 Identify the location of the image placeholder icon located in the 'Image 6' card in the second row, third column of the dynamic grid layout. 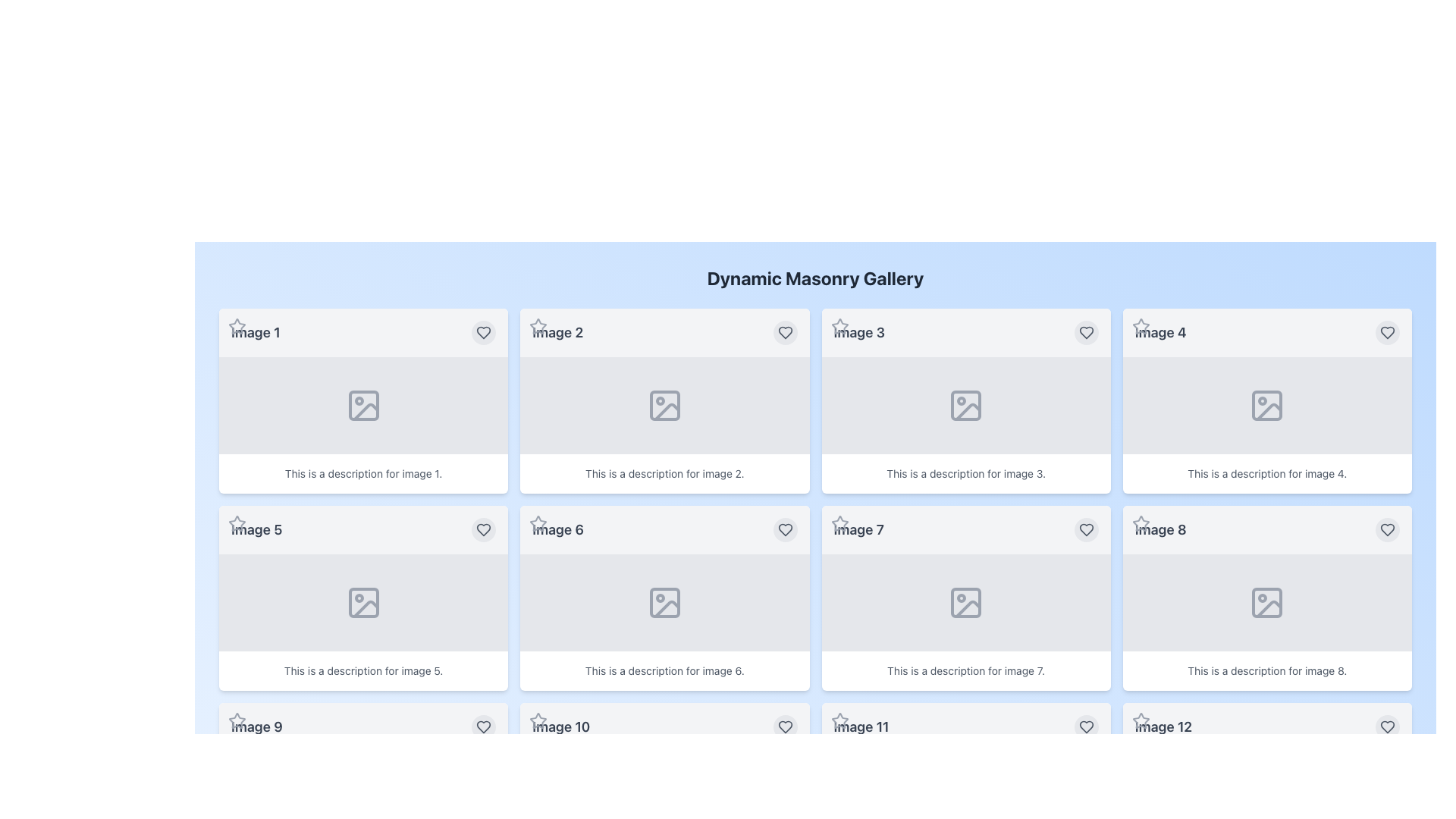
(664, 601).